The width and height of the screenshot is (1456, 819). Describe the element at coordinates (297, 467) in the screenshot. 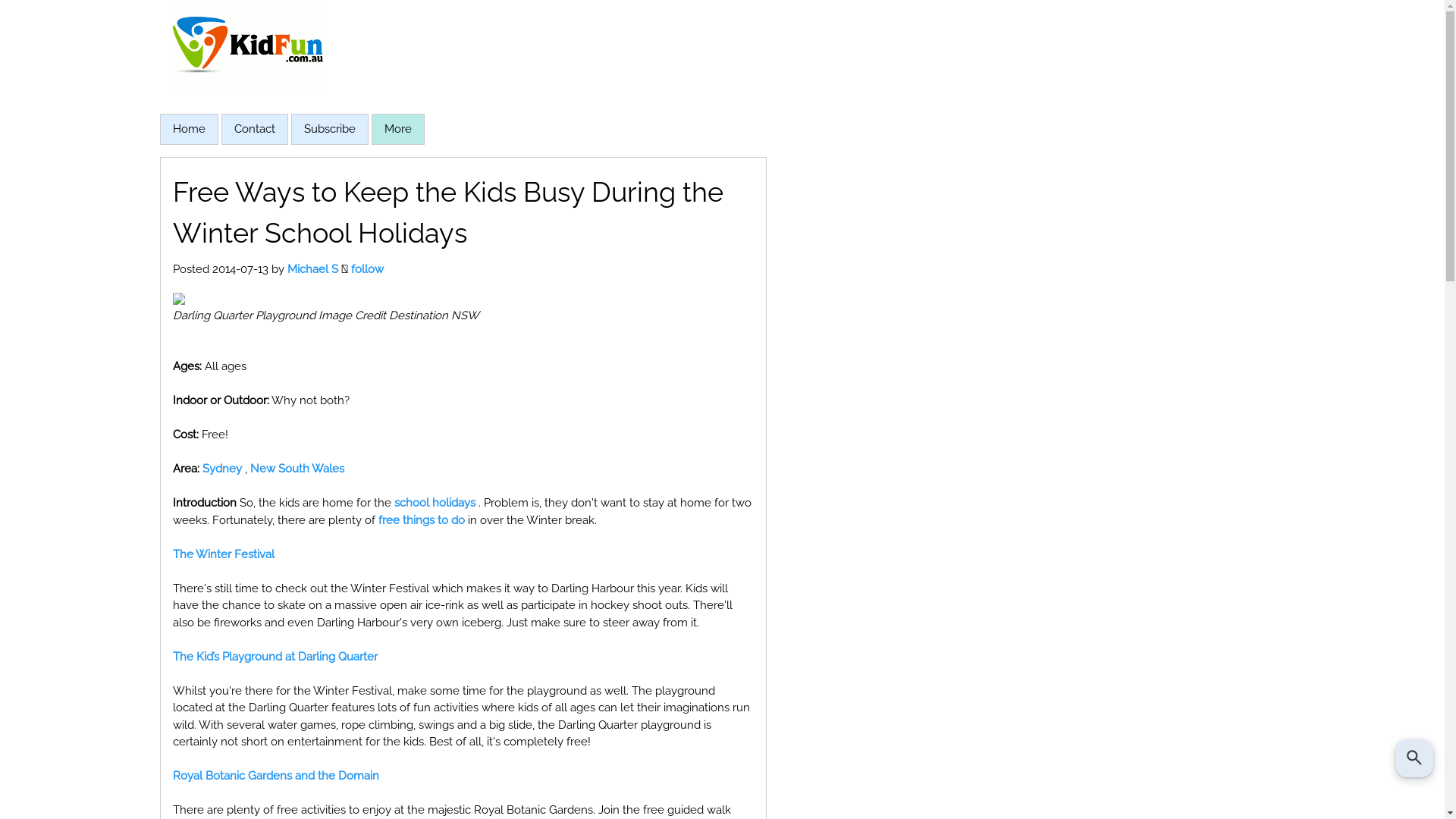

I see `'New South Wales'` at that location.